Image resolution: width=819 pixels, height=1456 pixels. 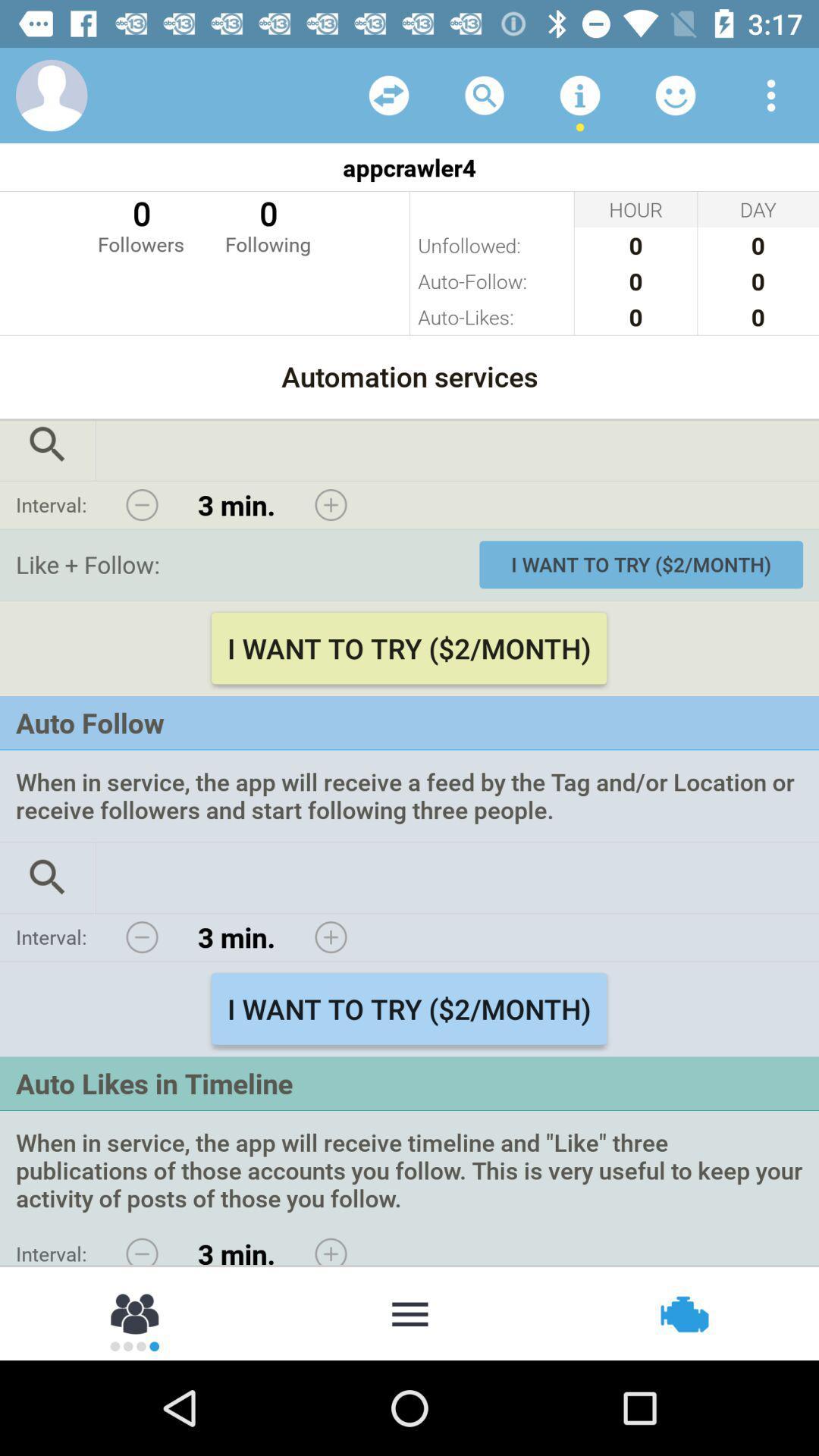 What do you see at coordinates (330, 937) in the screenshot?
I see `time` at bounding box center [330, 937].